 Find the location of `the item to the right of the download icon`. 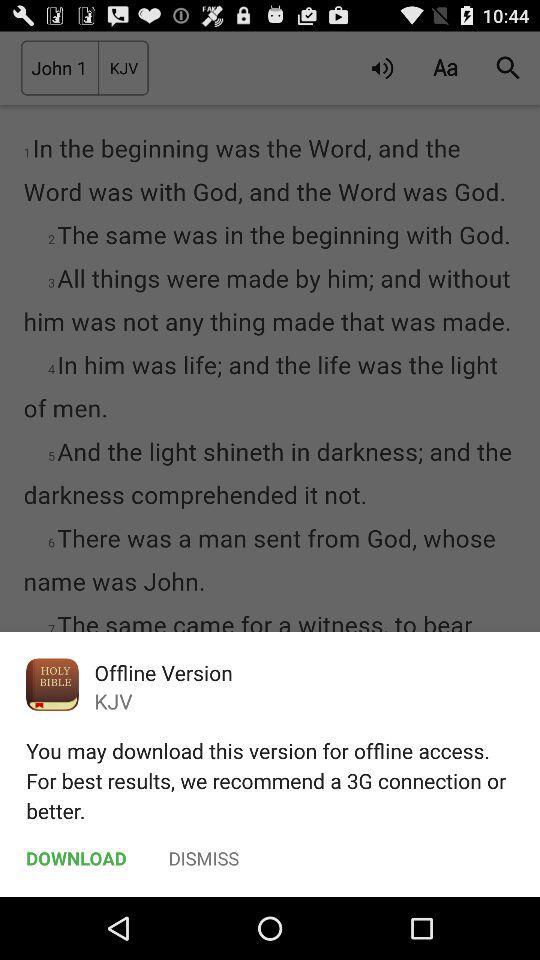

the item to the right of the download icon is located at coordinates (203, 857).